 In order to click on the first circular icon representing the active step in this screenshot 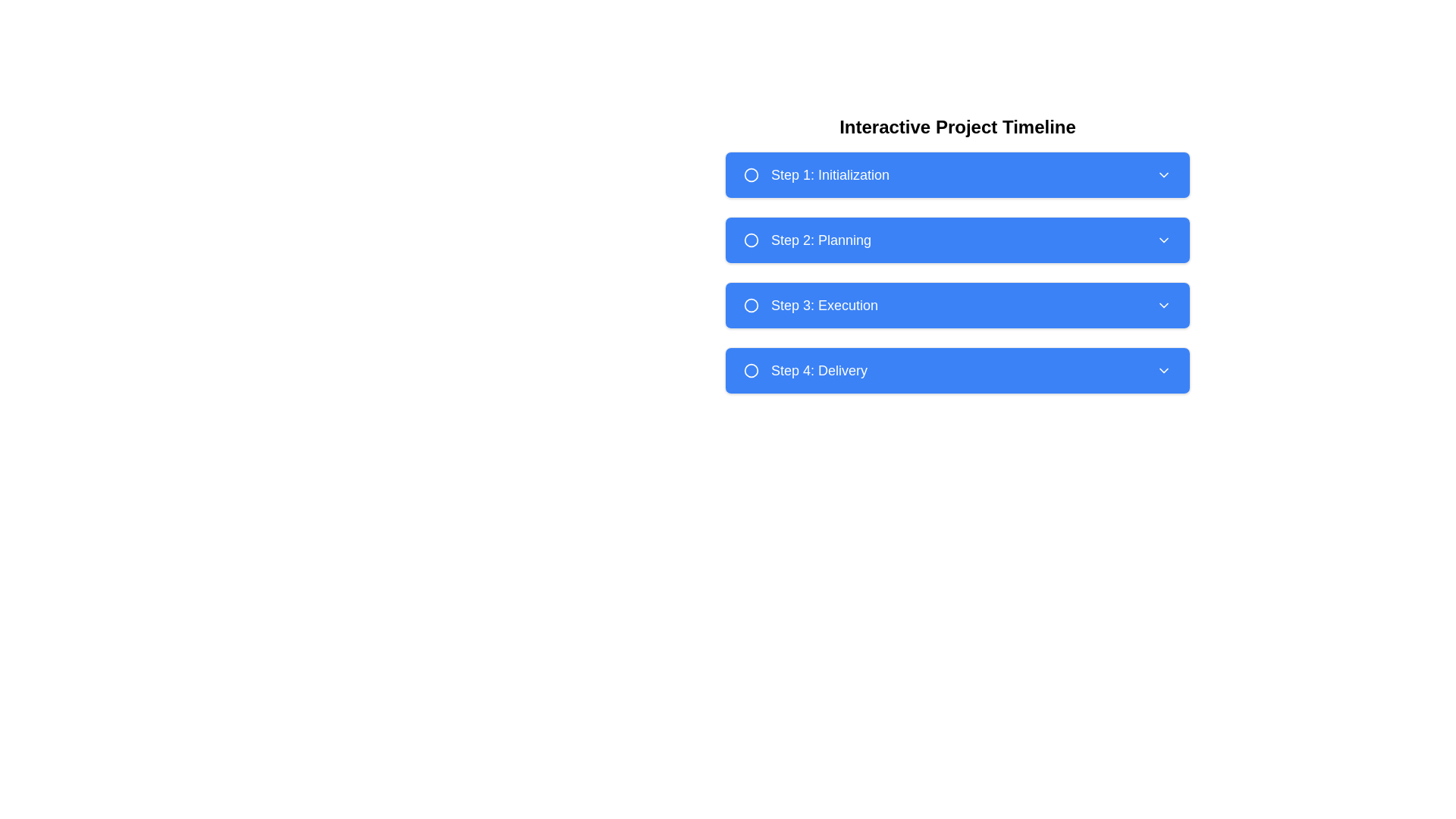, I will do `click(751, 174)`.